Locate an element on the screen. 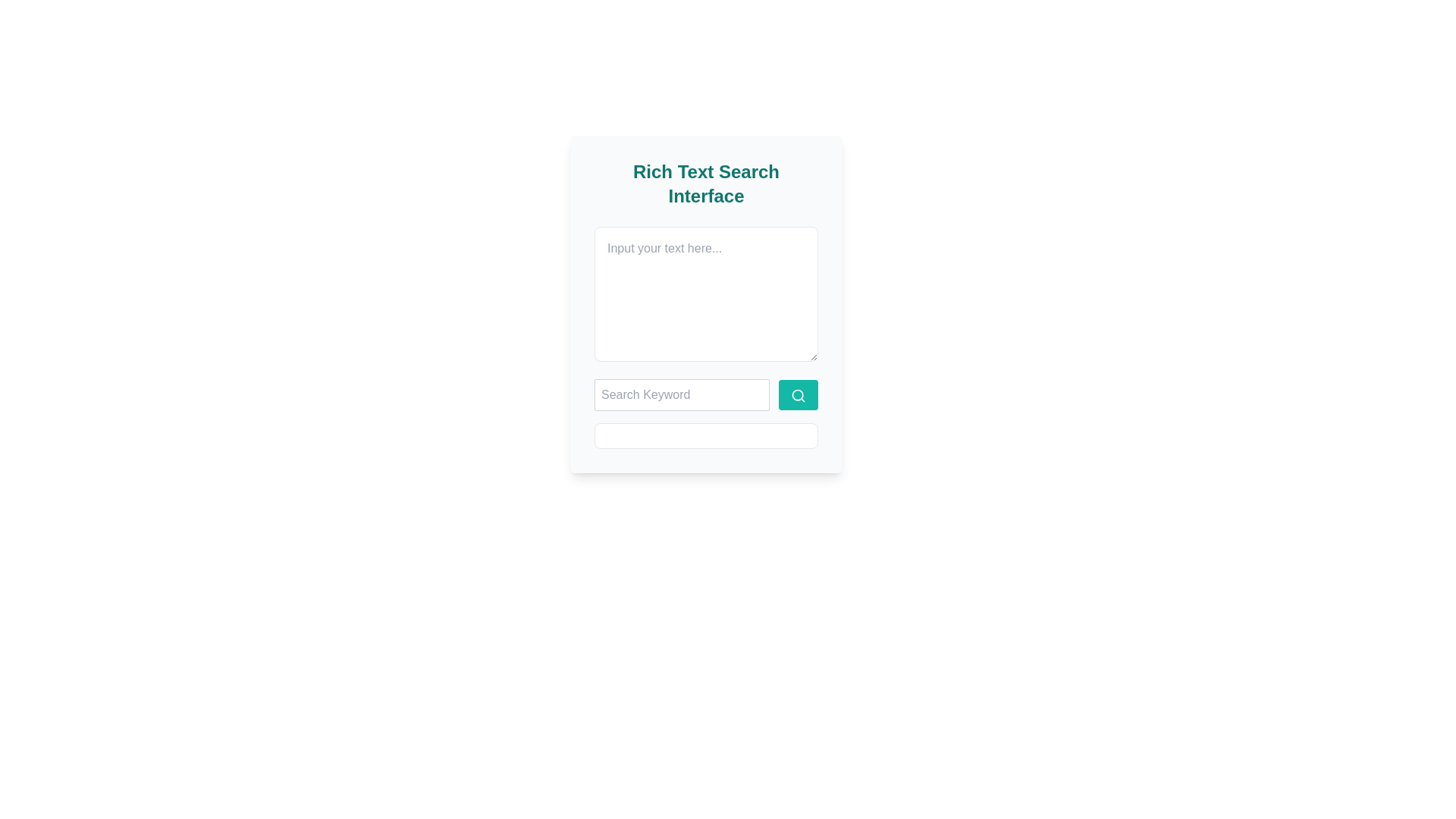 Image resolution: width=1456 pixels, height=819 pixels. the search button located immediately to the right of the search input field to initiate a search operation is located at coordinates (797, 394).